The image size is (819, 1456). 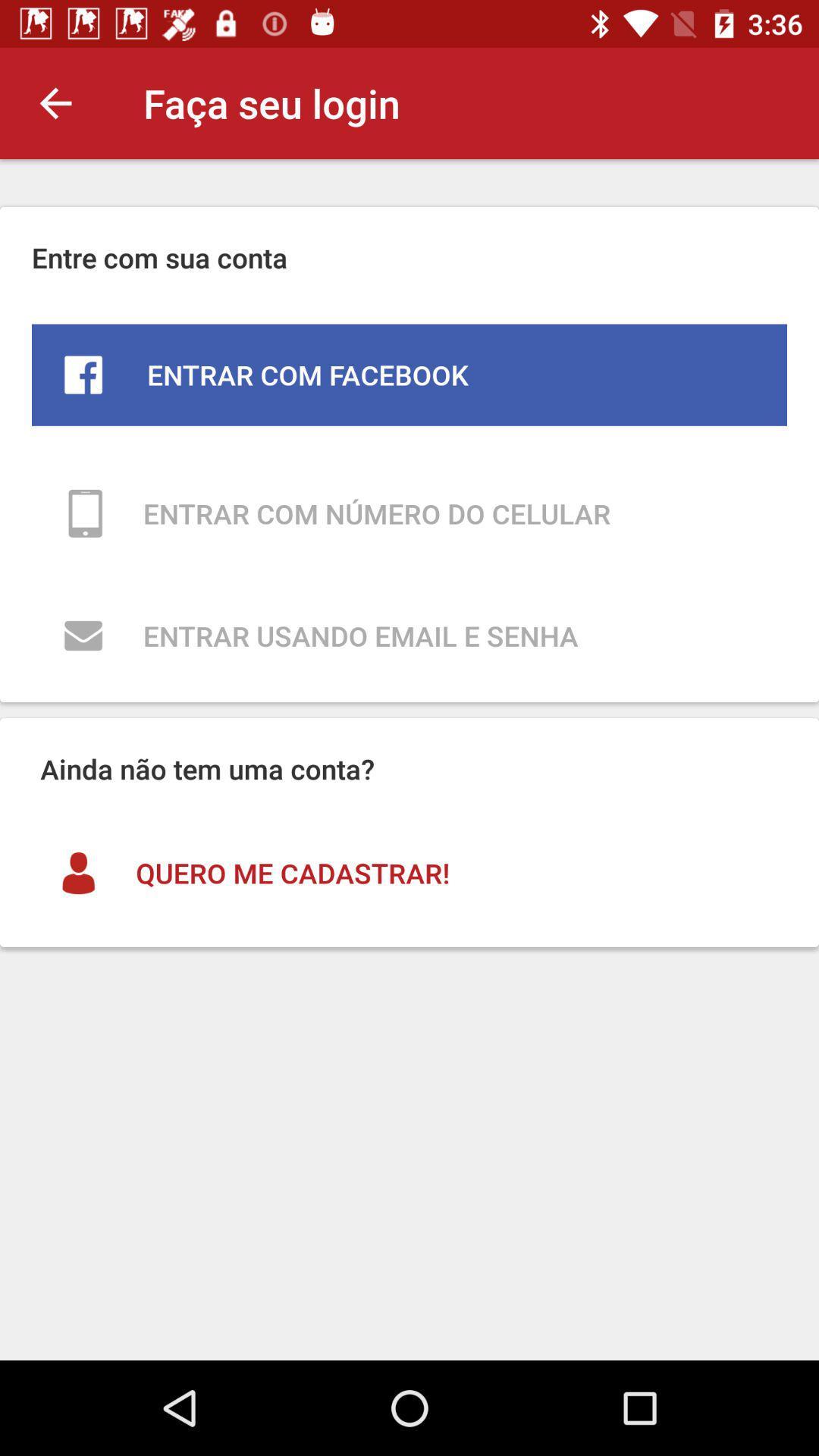 What do you see at coordinates (409, 635) in the screenshot?
I see `the entrar usando email item` at bounding box center [409, 635].